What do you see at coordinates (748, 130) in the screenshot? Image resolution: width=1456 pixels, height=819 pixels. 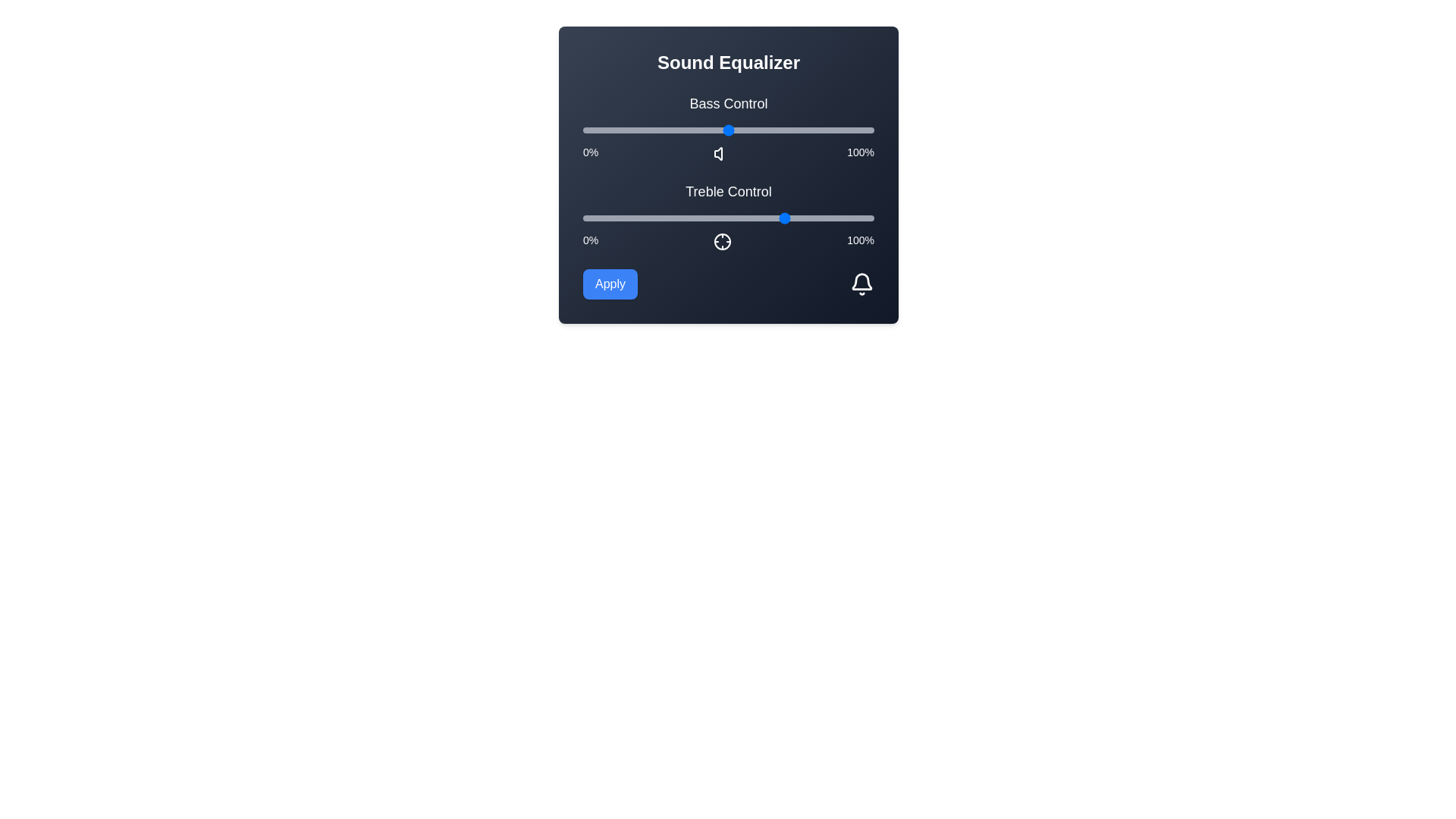 I see `the bass control slider to 57%` at bounding box center [748, 130].